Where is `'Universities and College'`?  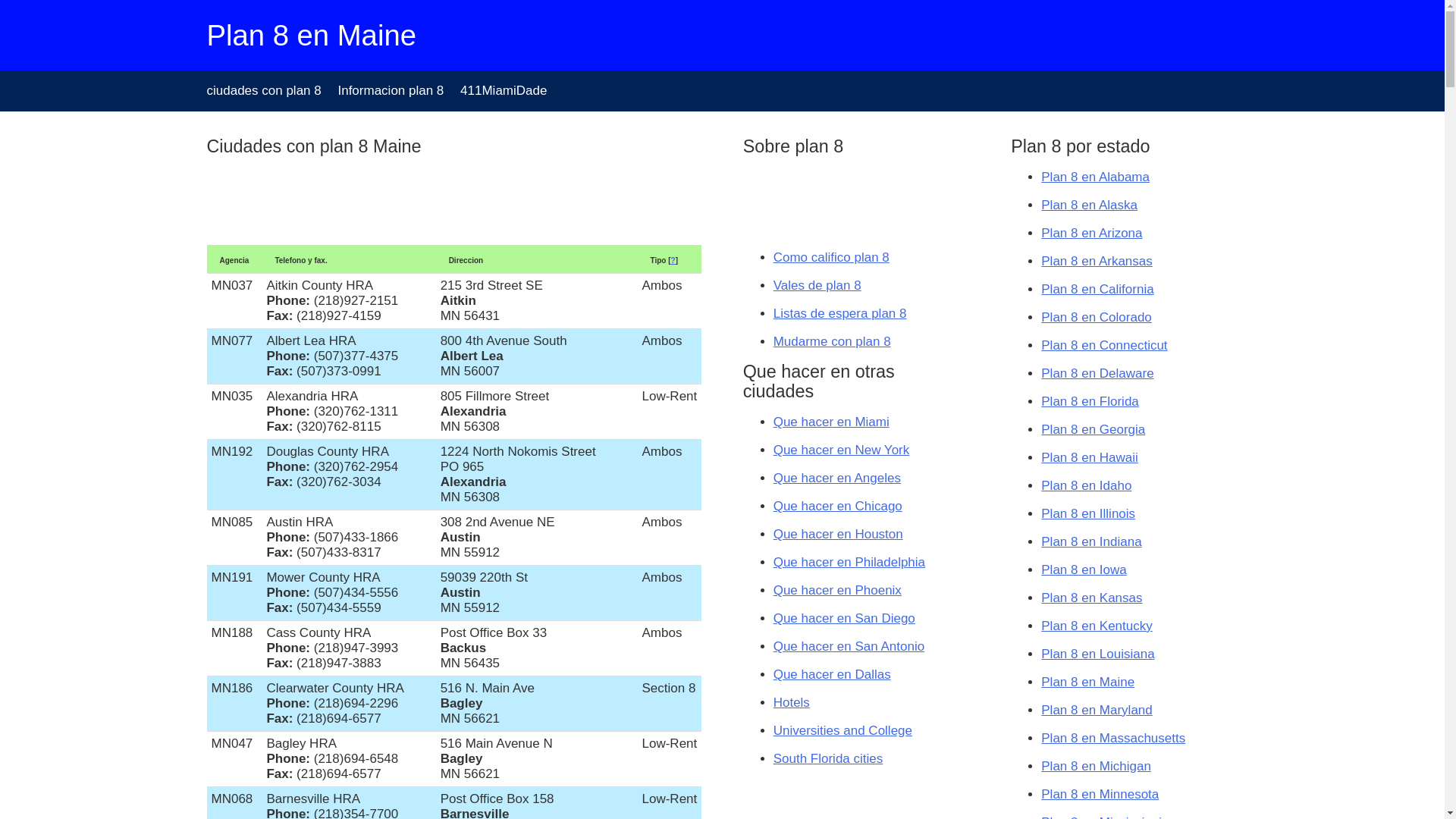 'Universities and College' is located at coordinates (842, 730).